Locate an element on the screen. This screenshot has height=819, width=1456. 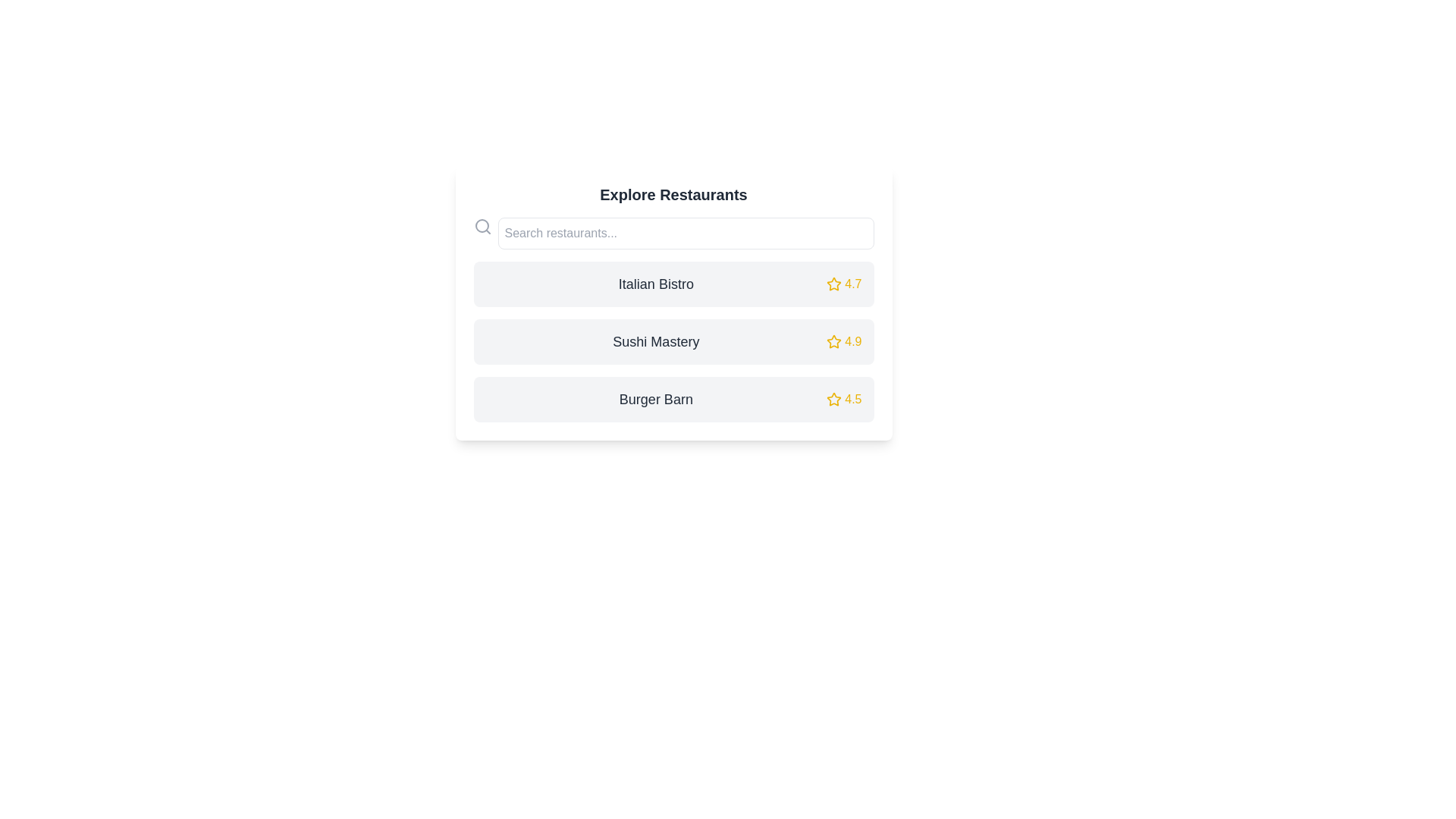
the numerical rating text '4.5' styled in yellow, which is positioned is located at coordinates (853, 399).